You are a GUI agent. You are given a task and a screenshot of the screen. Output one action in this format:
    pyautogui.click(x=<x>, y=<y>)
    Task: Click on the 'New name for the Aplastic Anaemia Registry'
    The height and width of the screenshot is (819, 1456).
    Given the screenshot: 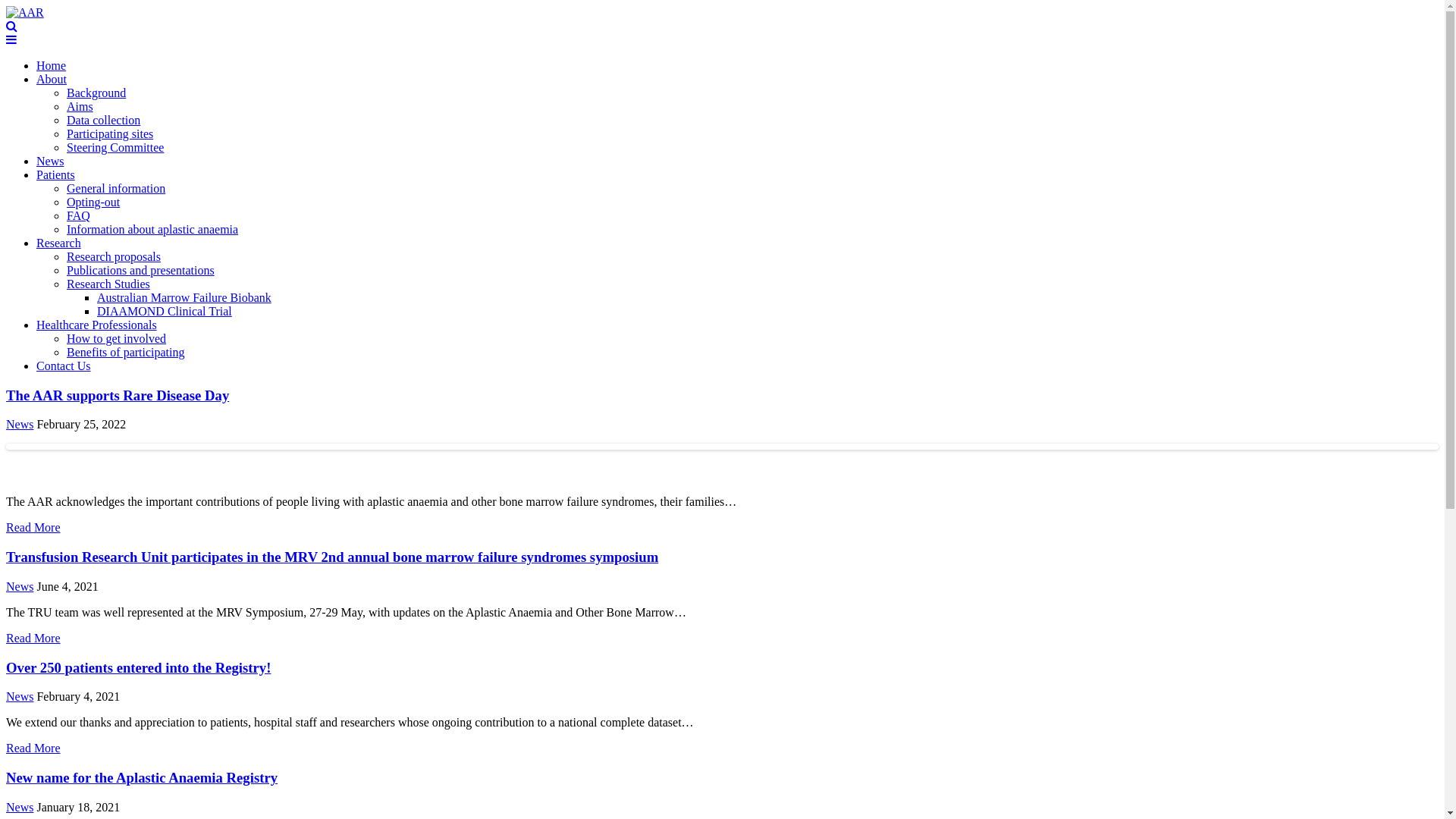 What is the action you would take?
    pyautogui.click(x=142, y=777)
    